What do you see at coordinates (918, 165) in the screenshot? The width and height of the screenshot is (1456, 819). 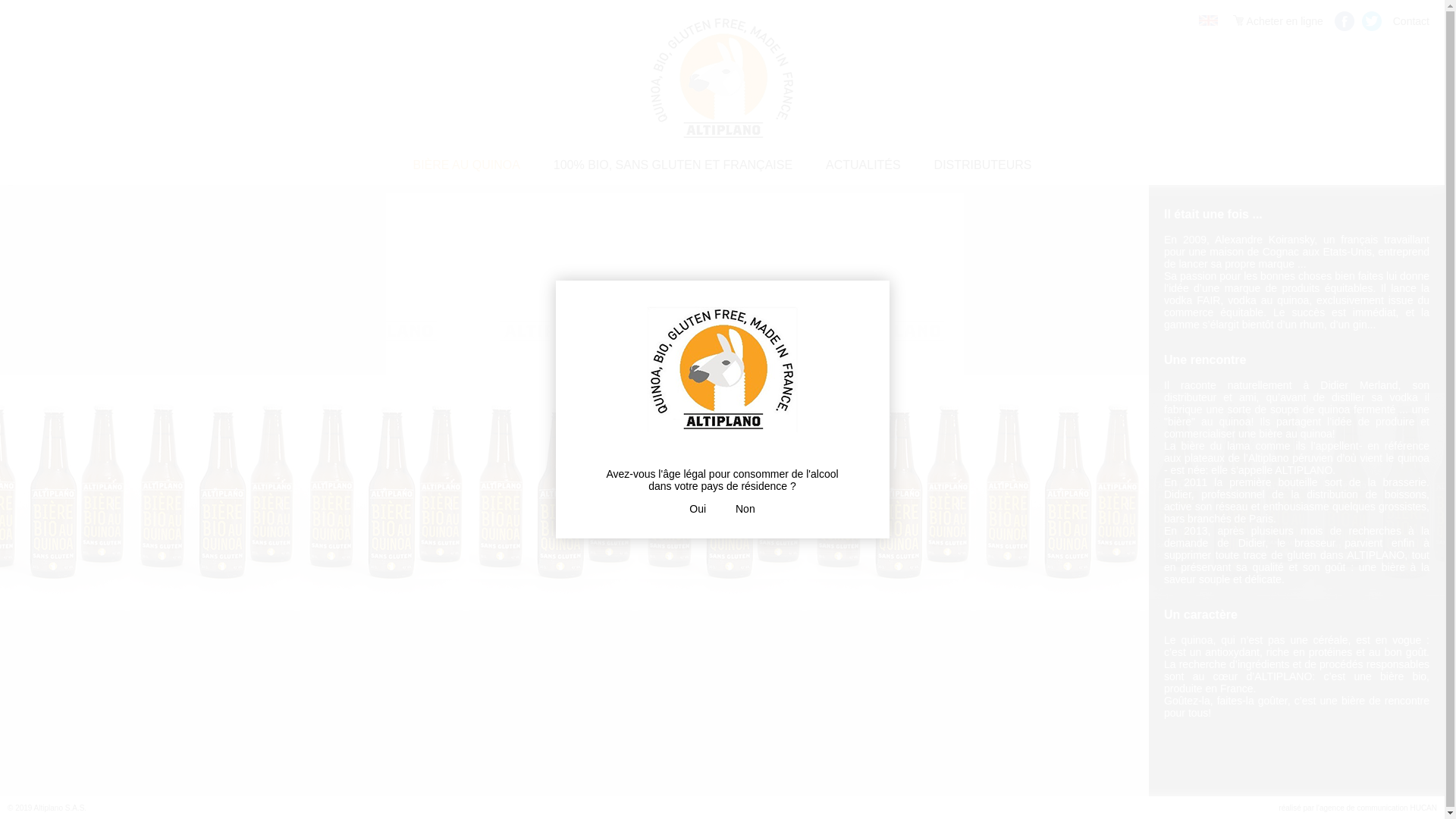 I see `'DISTRIBUTEURS'` at bounding box center [918, 165].